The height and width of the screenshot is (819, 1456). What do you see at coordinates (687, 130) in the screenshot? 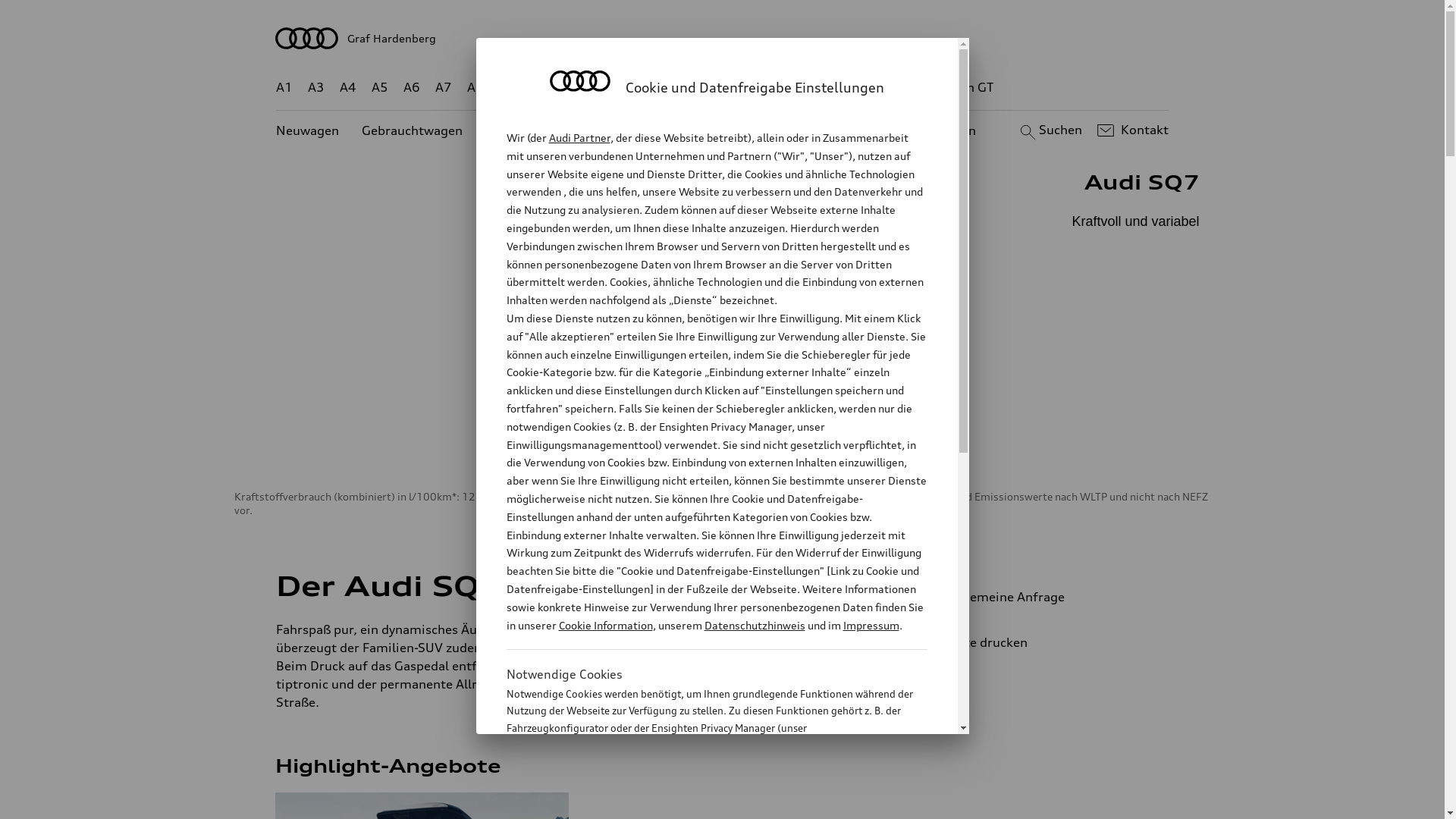
I see `'Kundenservice'` at bounding box center [687, 130].